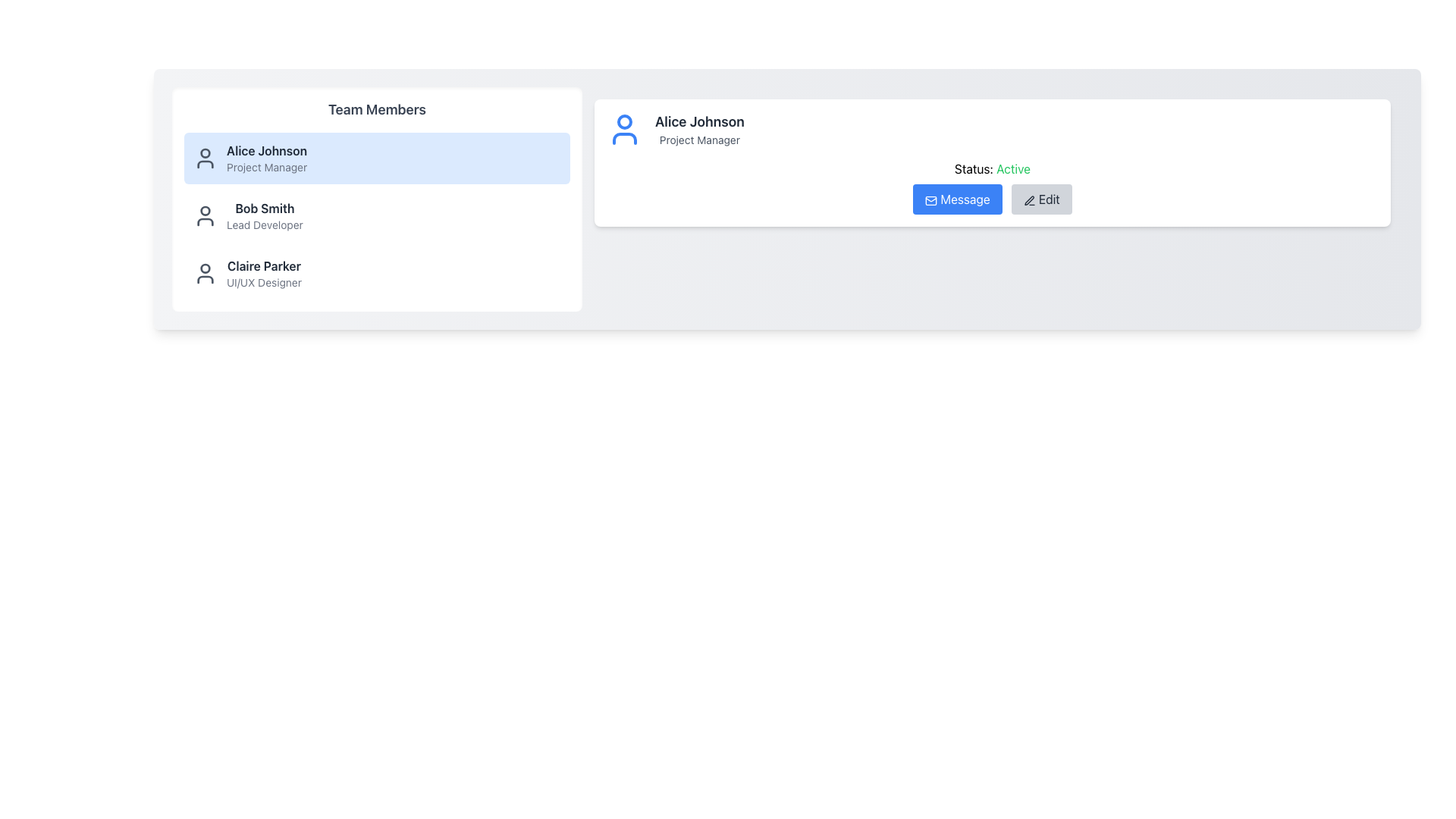 The width and height of the screenshot is (1456, 819). Describe the element at coordinates (266, 158) in the screenshot. I see `the text label representing the name and role of the first team member` at that location.